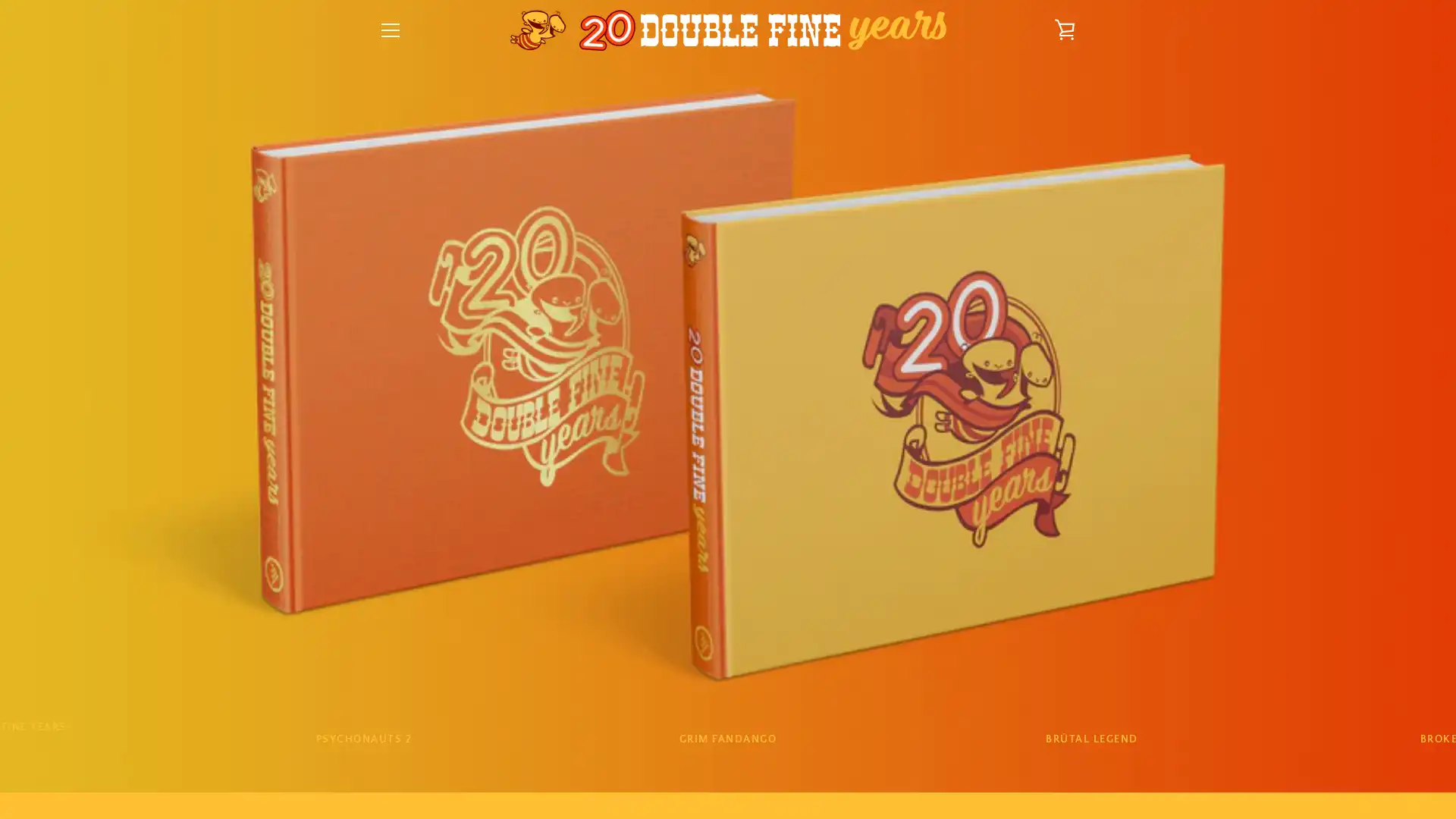  I want to click on SUBSCRIBE, so click(1039, 682).